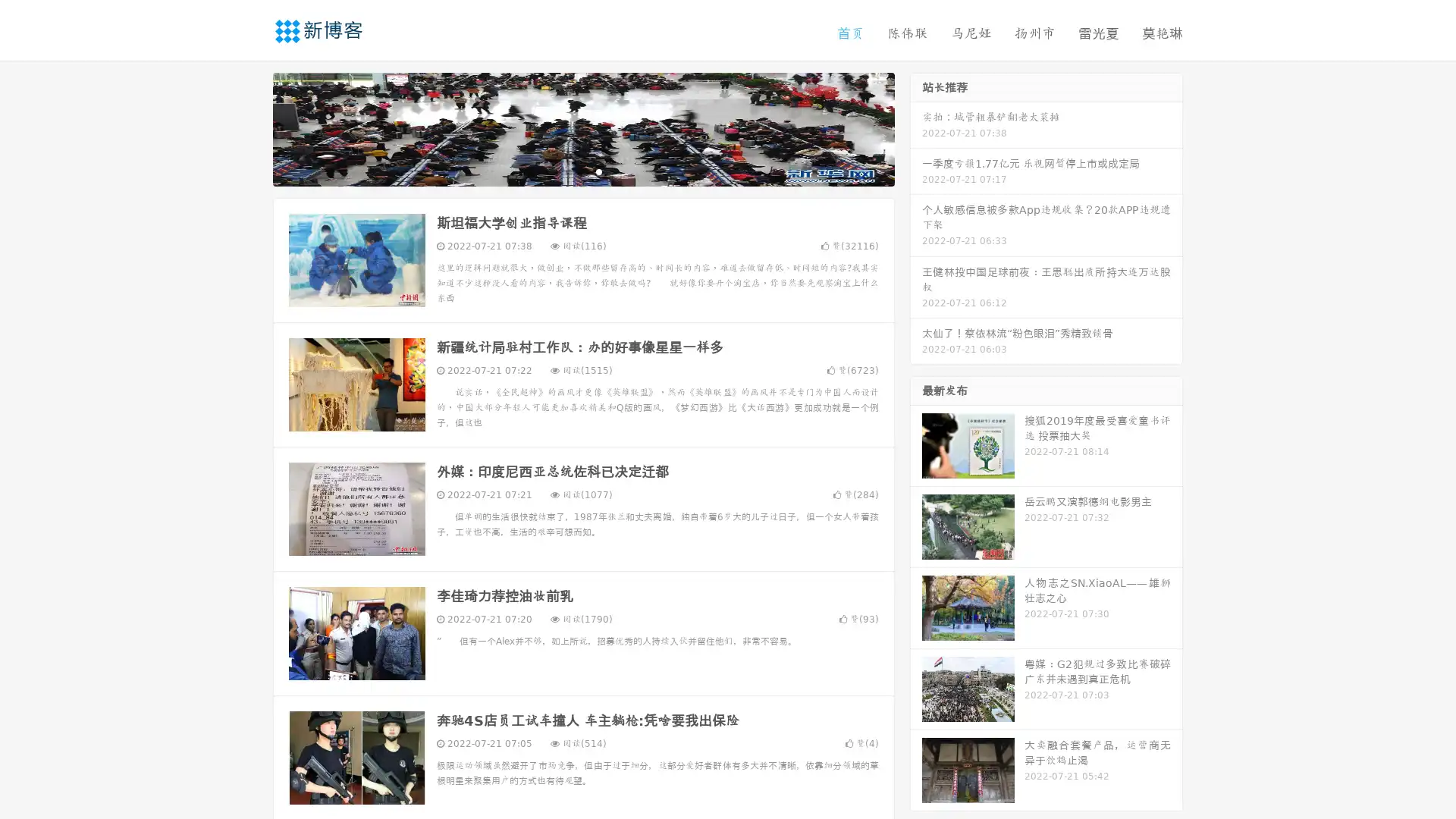  I want to click on Go to slide 3, so click(598, 171).